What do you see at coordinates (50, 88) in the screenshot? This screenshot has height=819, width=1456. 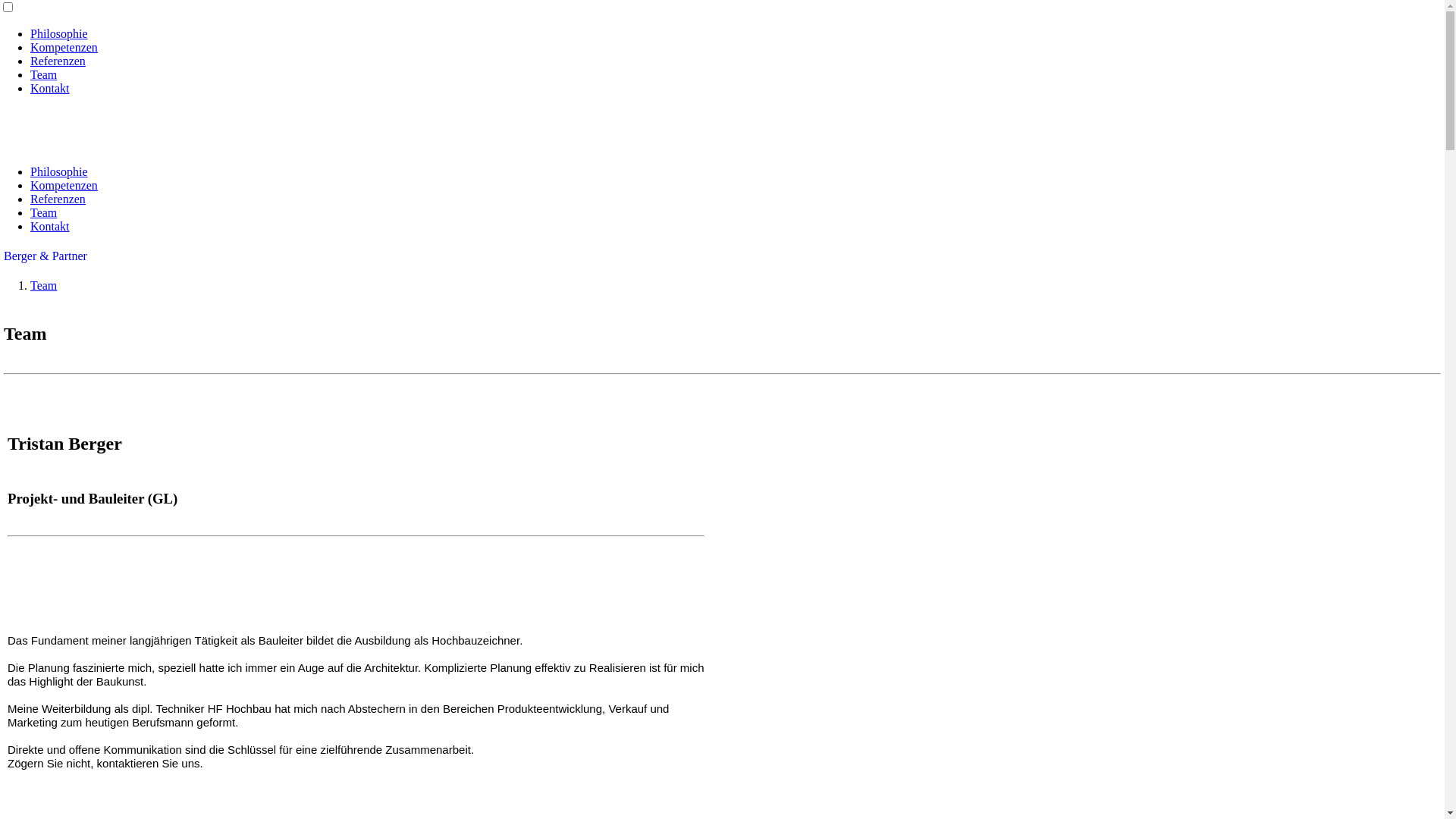 I see `'Kontakt'` at bounding box center [50, 88].